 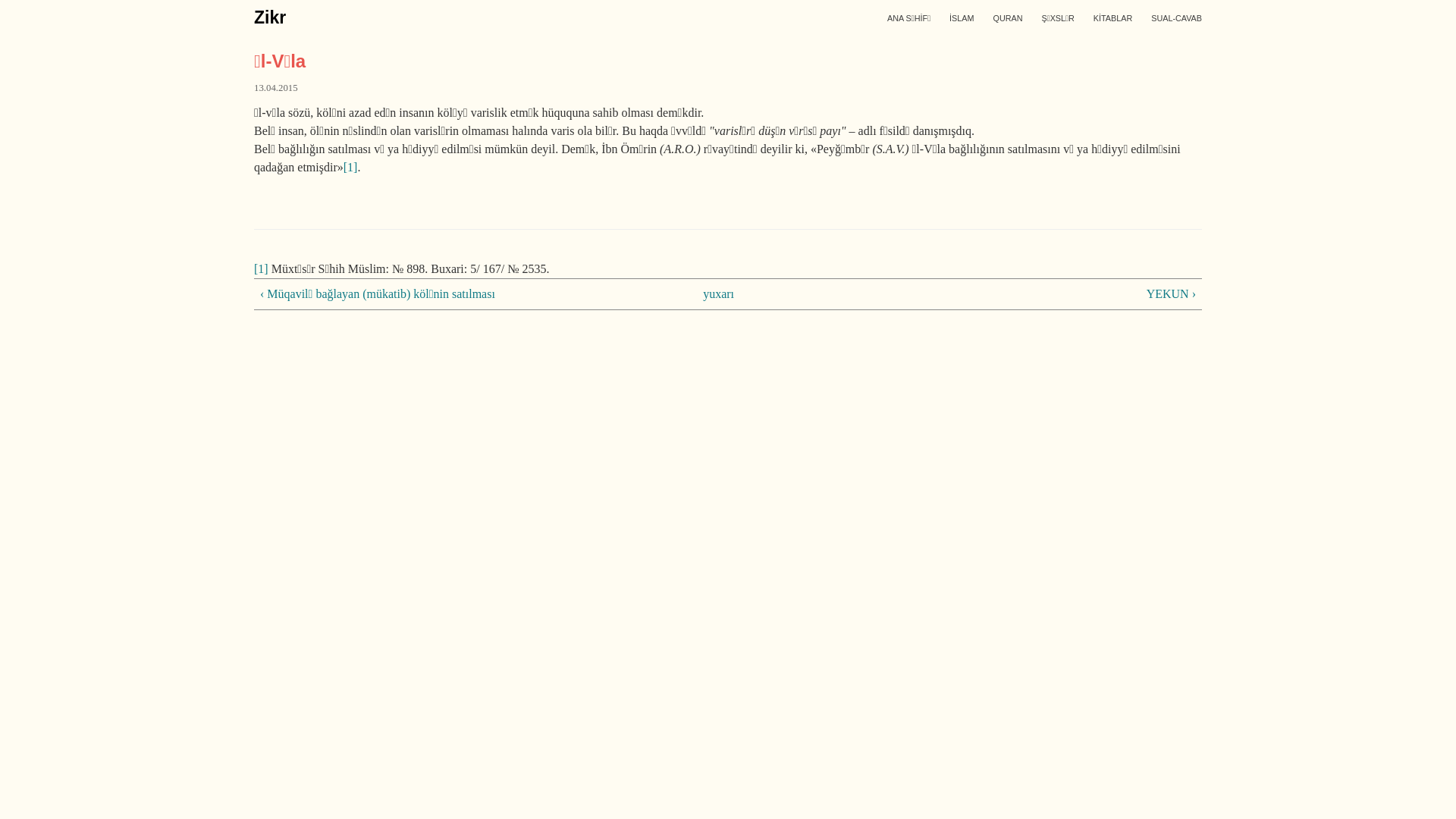 I want to click on 'QURAN', so click(x=993, y=17).